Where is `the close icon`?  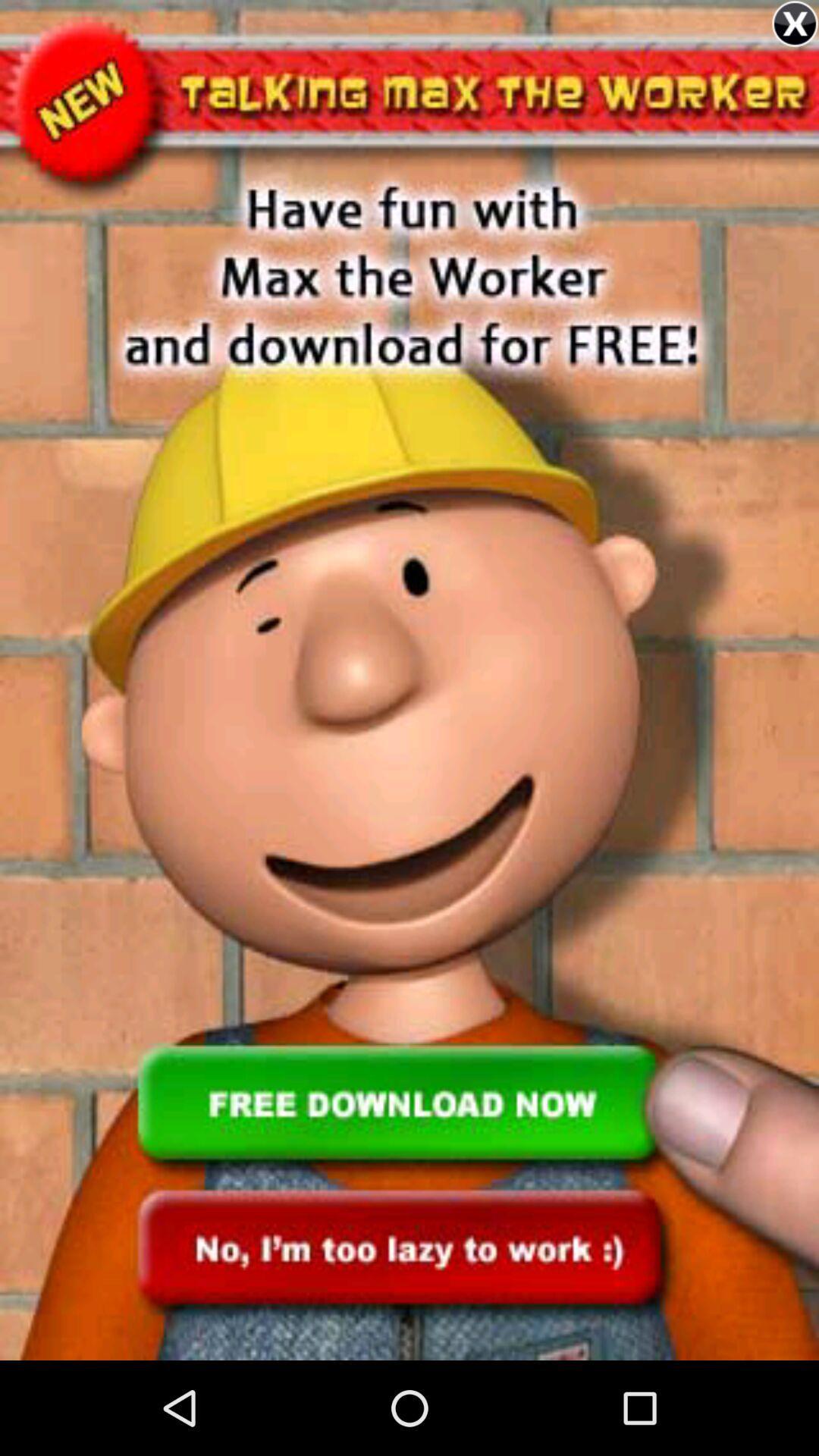 the close icon is located at coordinates (794, 25).